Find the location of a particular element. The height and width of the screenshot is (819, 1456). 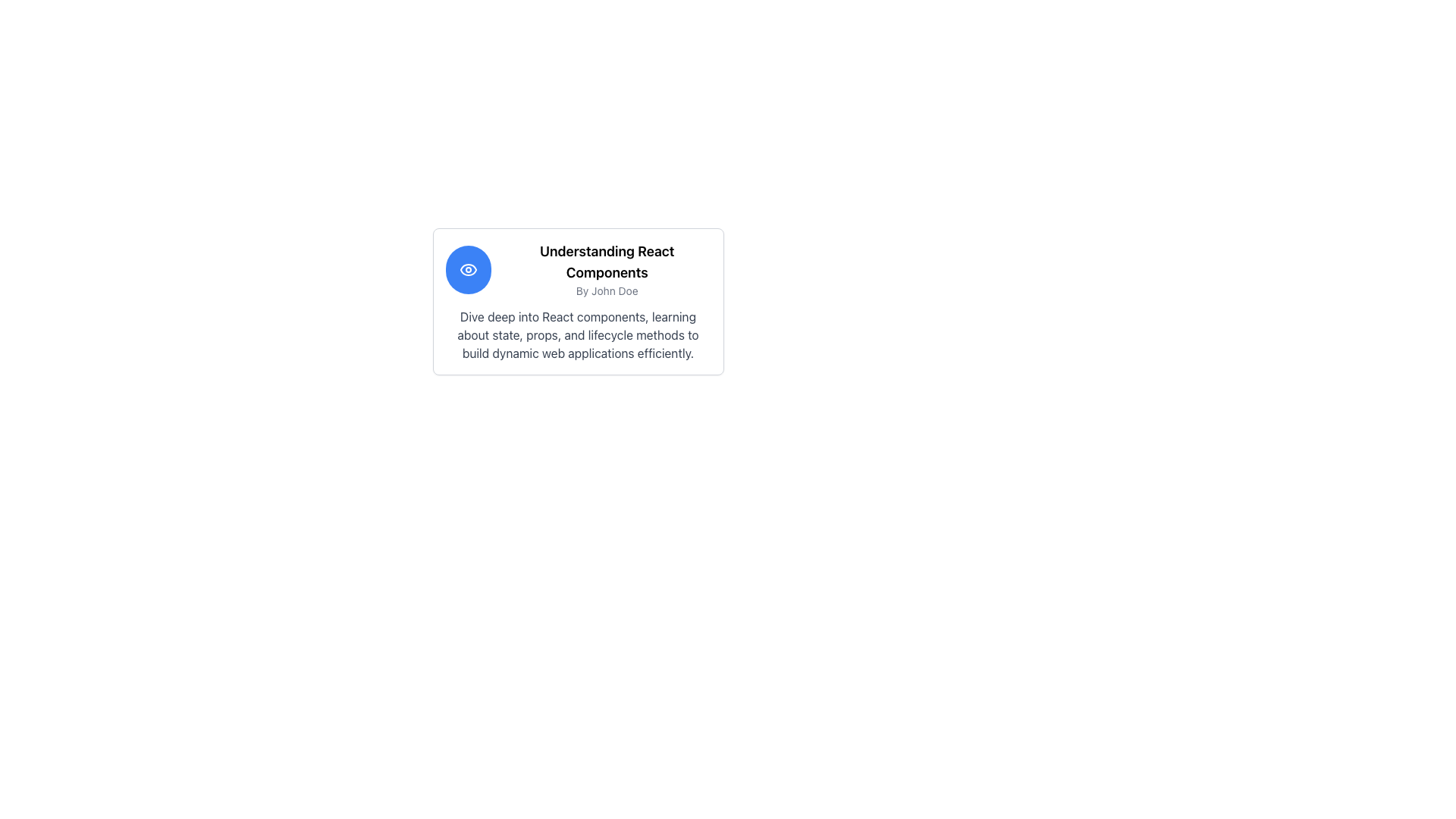

the Informational Card titled 'Understanding React Components' by John Doe, which is displayed prominently in a card-like component with rounded corners and a shadow effect is located at coordinates (577, 301).